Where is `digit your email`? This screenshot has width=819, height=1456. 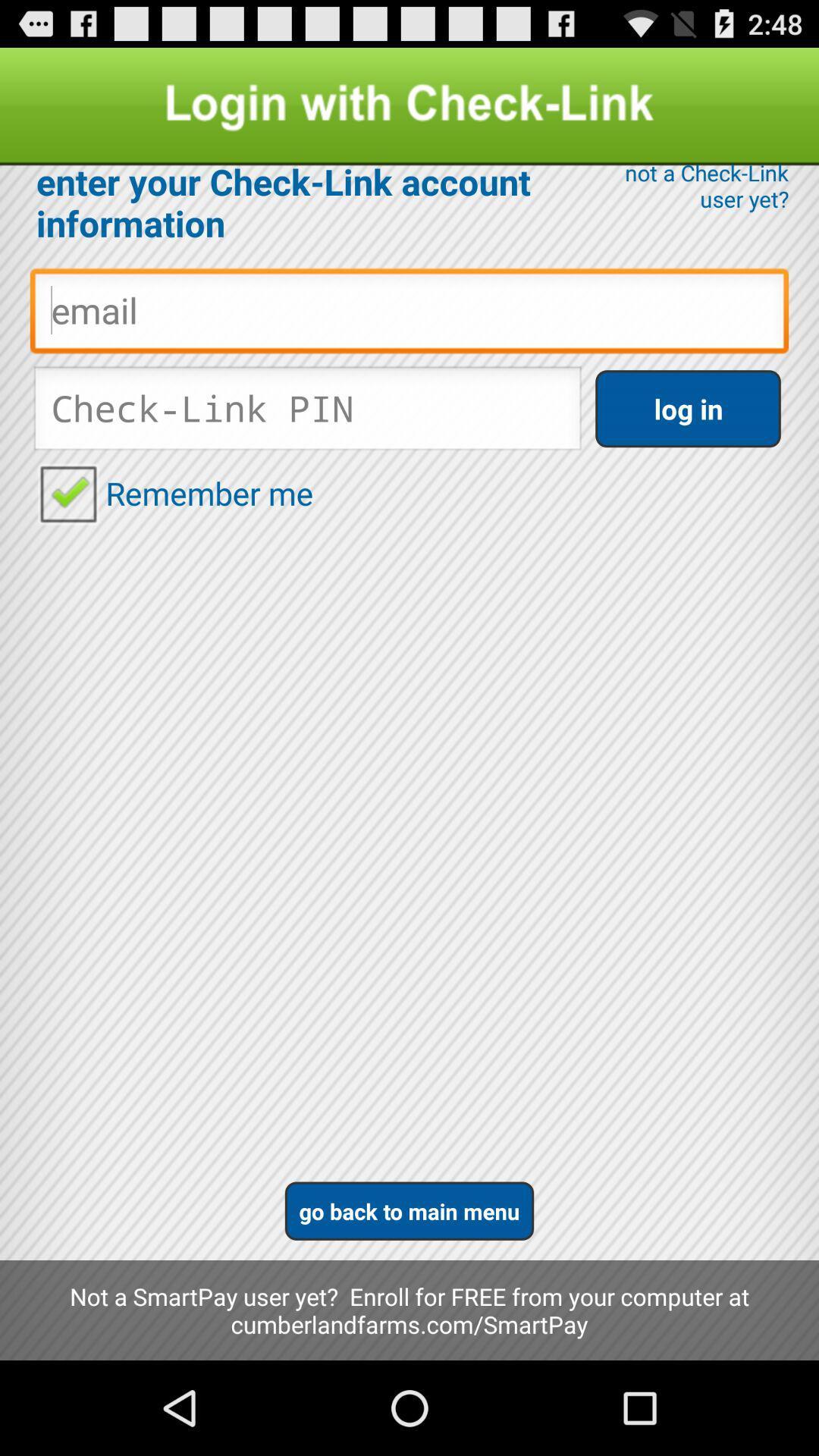
digit your email is located at coordinates (409, 314).